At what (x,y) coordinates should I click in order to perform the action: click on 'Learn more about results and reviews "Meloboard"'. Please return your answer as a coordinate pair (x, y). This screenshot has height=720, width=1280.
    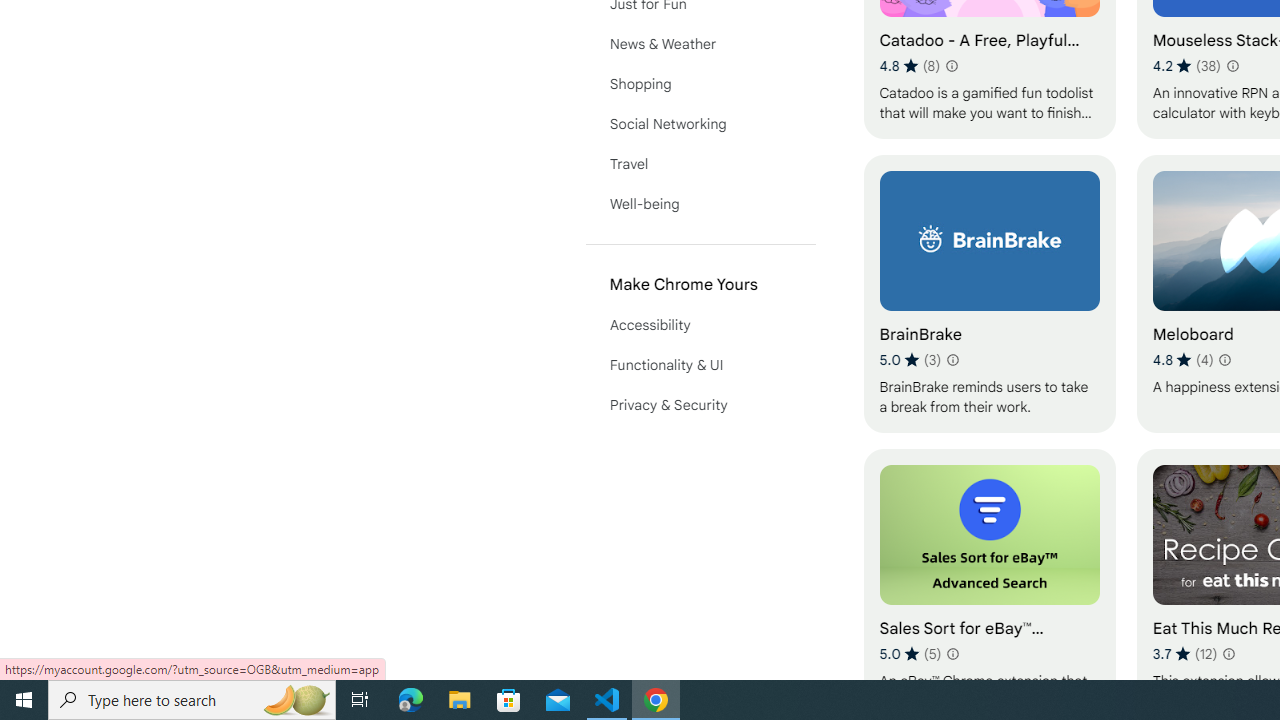
    Looking at the image, I should click on (1223, 360).